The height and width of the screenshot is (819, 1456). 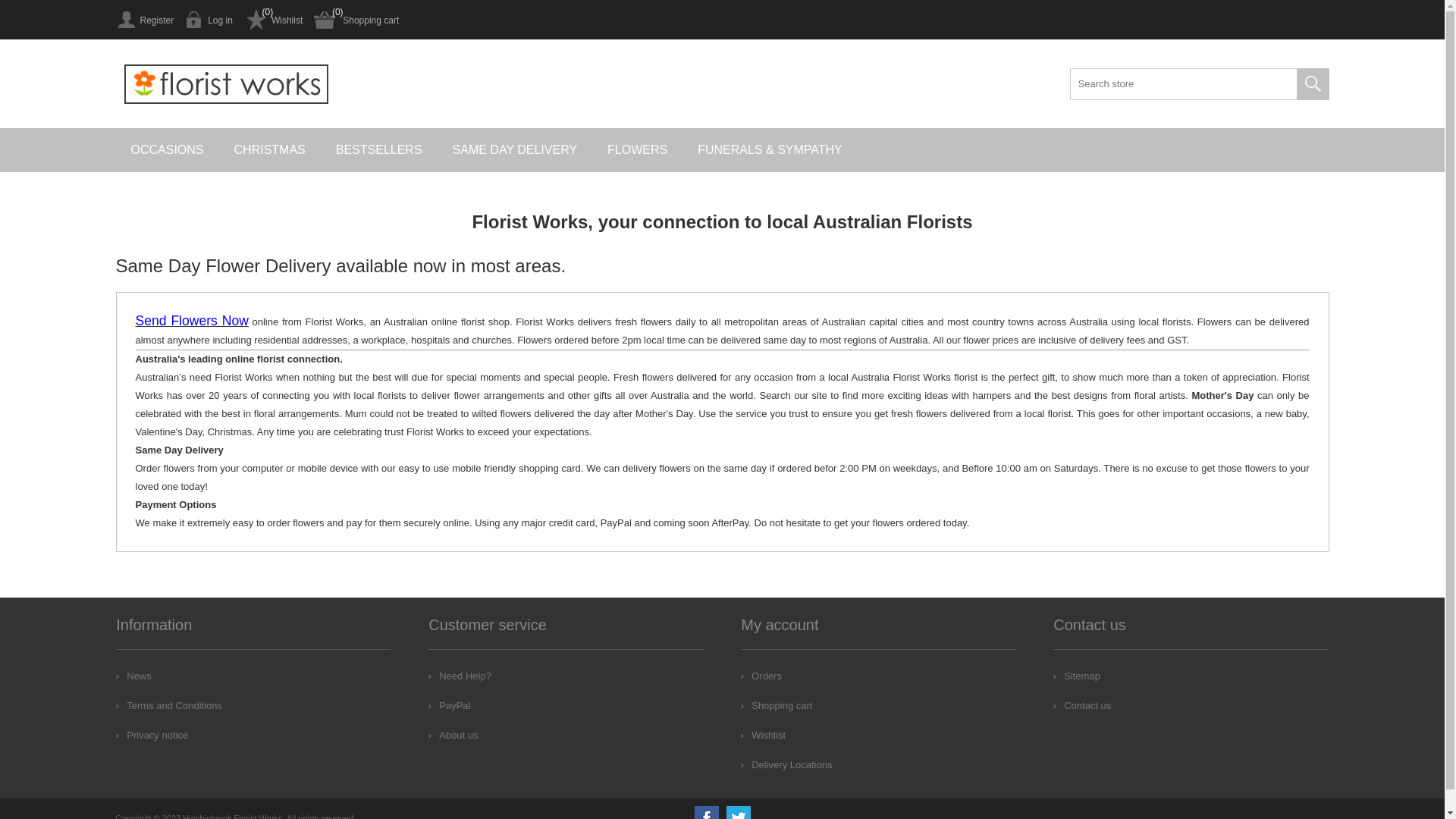 I want to click on 'Search', so click(x=1312, y=84).